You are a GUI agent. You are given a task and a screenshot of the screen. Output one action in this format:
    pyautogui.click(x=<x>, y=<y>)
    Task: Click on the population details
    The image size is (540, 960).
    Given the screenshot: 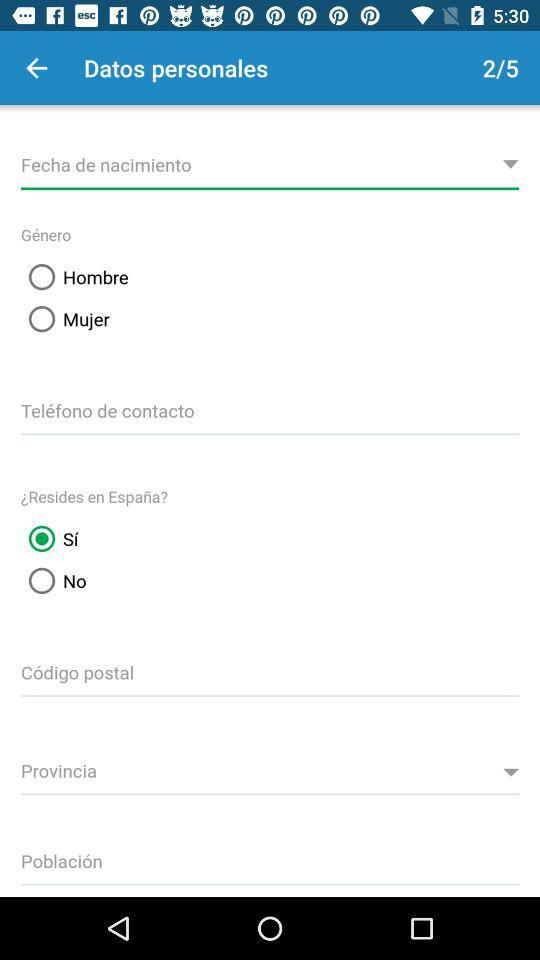 What is the action you would take?
    pyautogui.click(x=270, y=857)
    